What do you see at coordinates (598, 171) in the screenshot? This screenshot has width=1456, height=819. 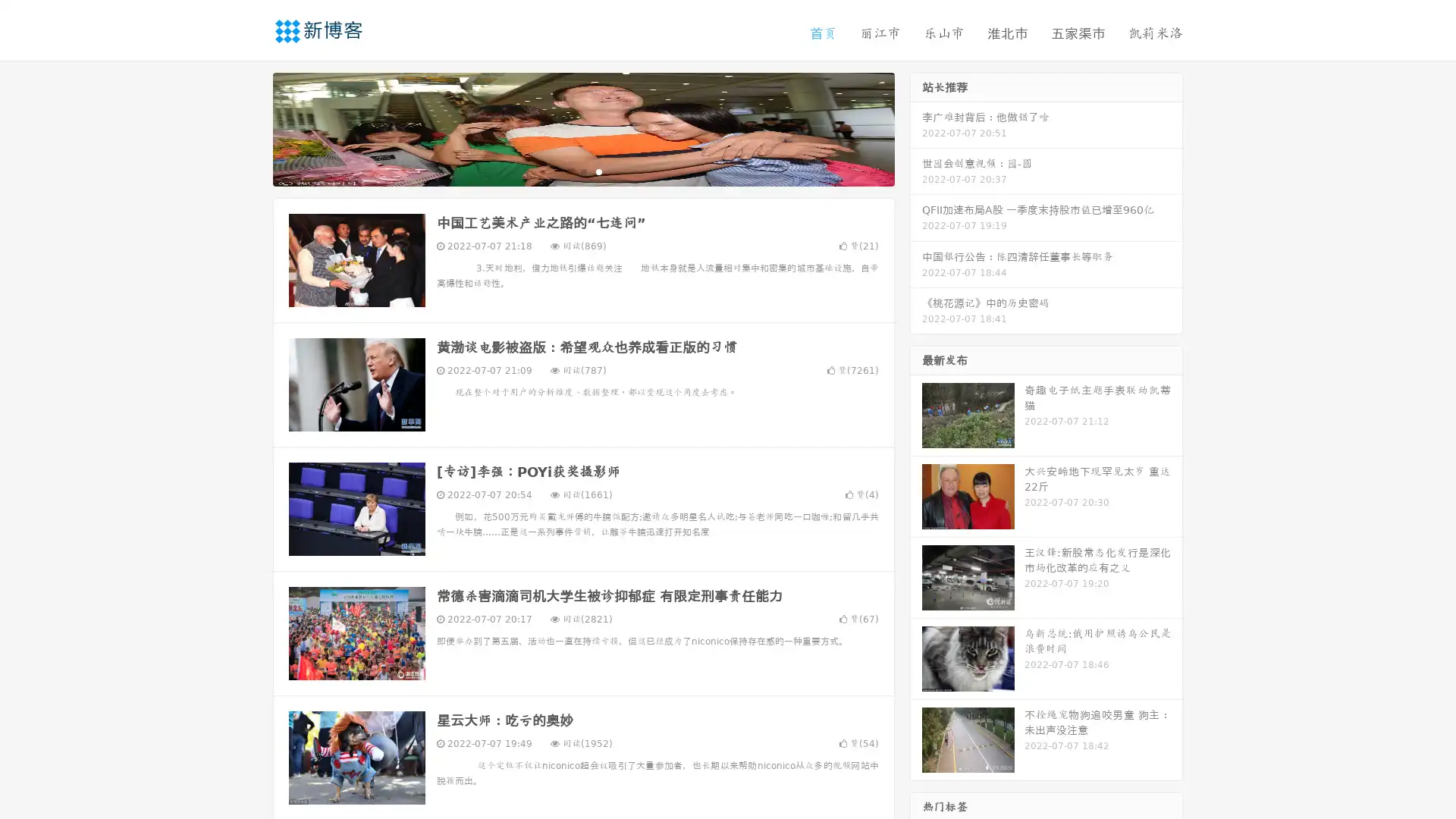 I see `Go to slide 3` at bounding box center [598, 171].